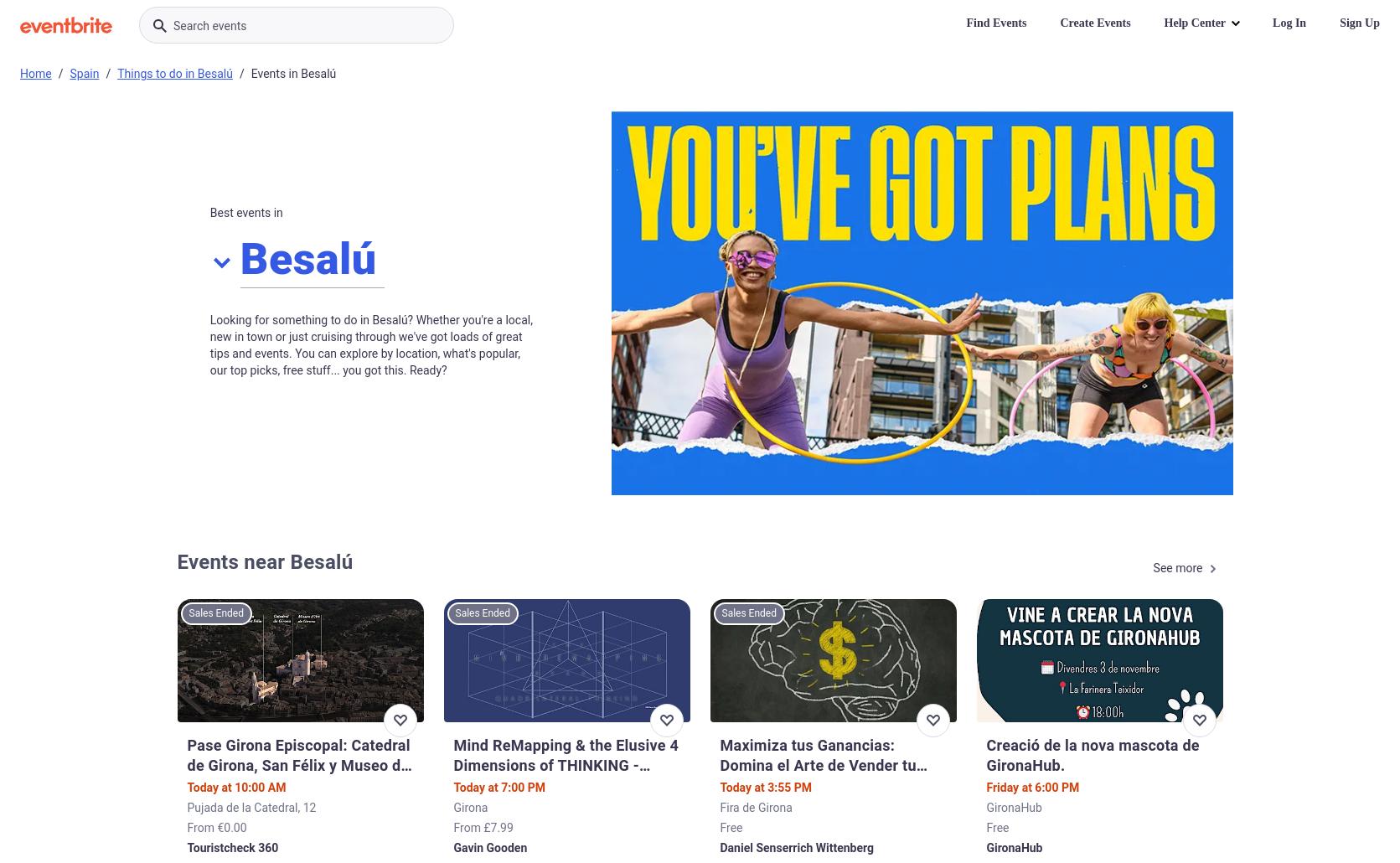 This screenshot has width=1400, height=863. What do you see at coordinates (1153, 566) in the screenshot?
I see `'See more'` at bounding box center [1153, 566].